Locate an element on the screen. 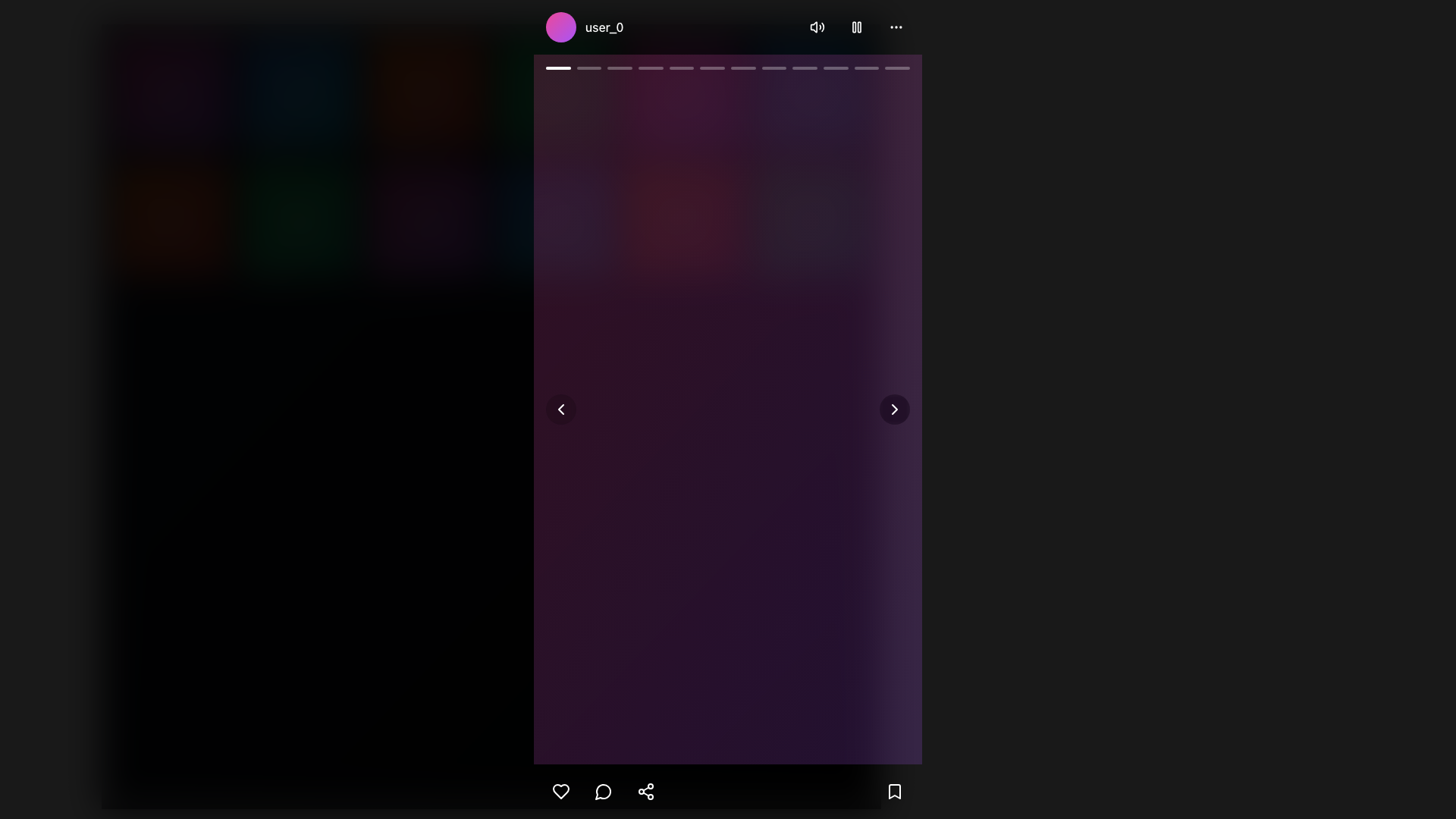  the progress indication of the leftmost segment of the progress bar, which visually represents the current state of completion is located at coordinates (767, 144).